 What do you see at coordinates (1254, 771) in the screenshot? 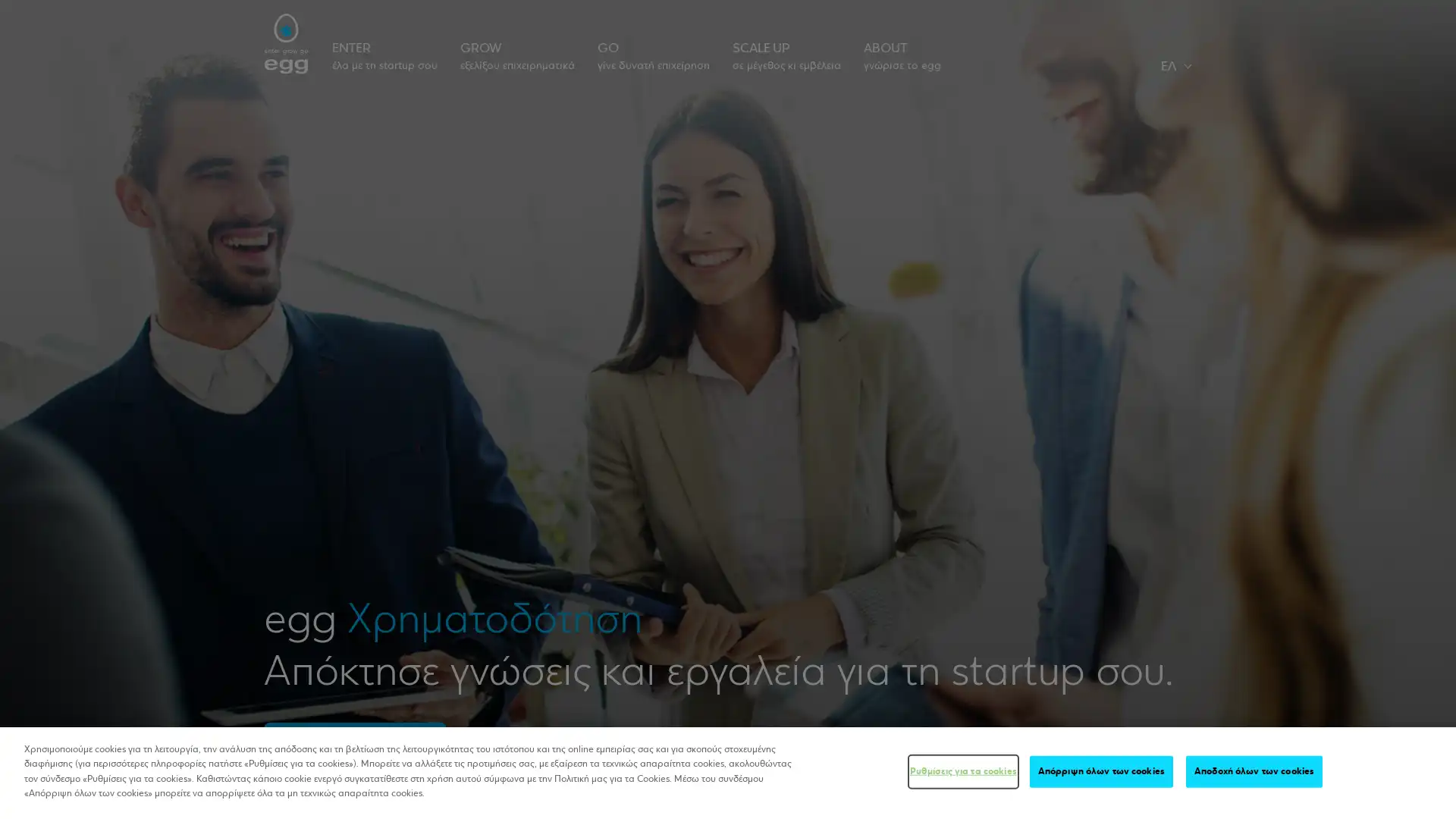
I see `cookies` at bounding box center [1254, 771].